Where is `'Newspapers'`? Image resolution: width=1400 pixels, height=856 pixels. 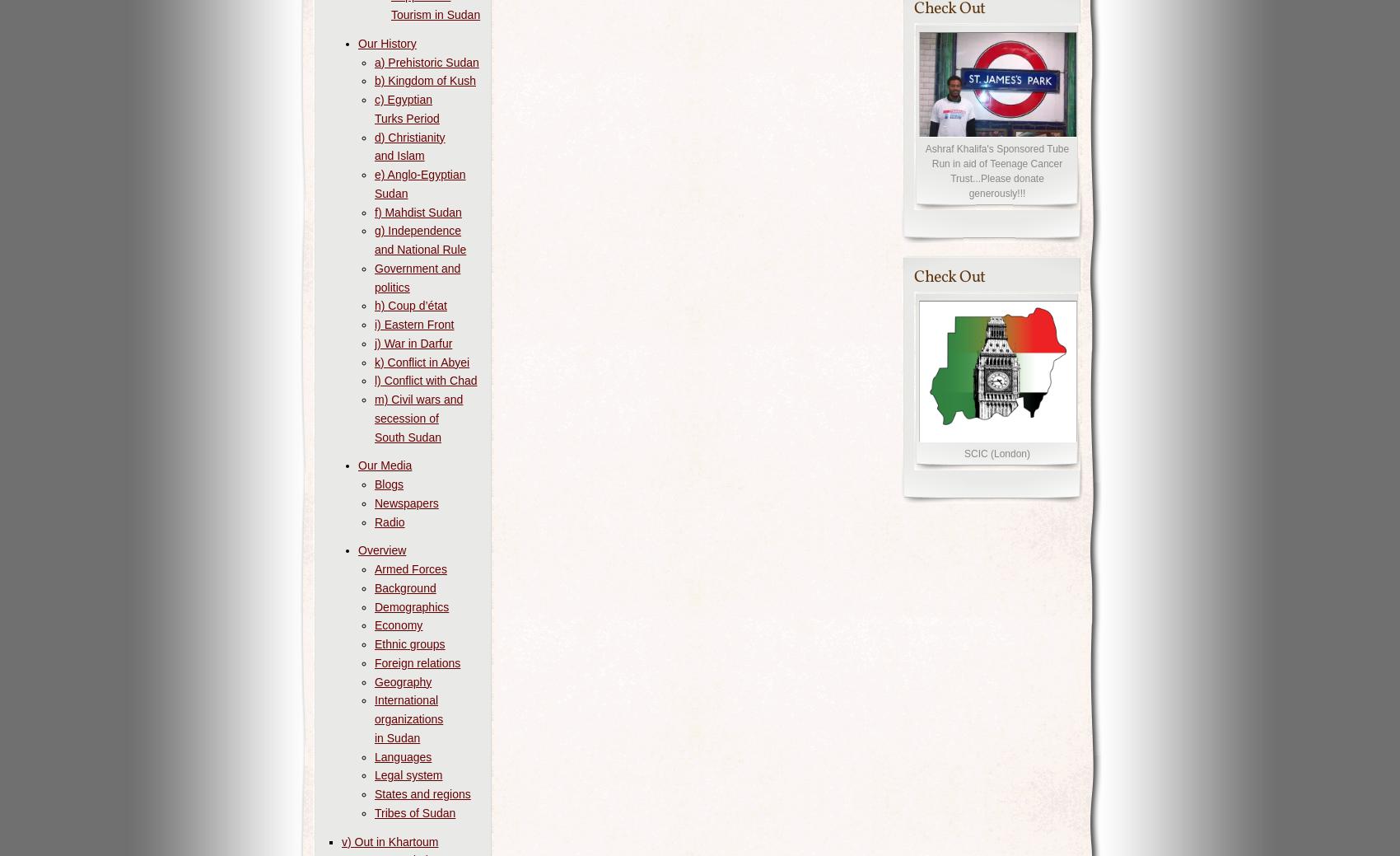 'Newspapers' is located at coordinates (406, 502).